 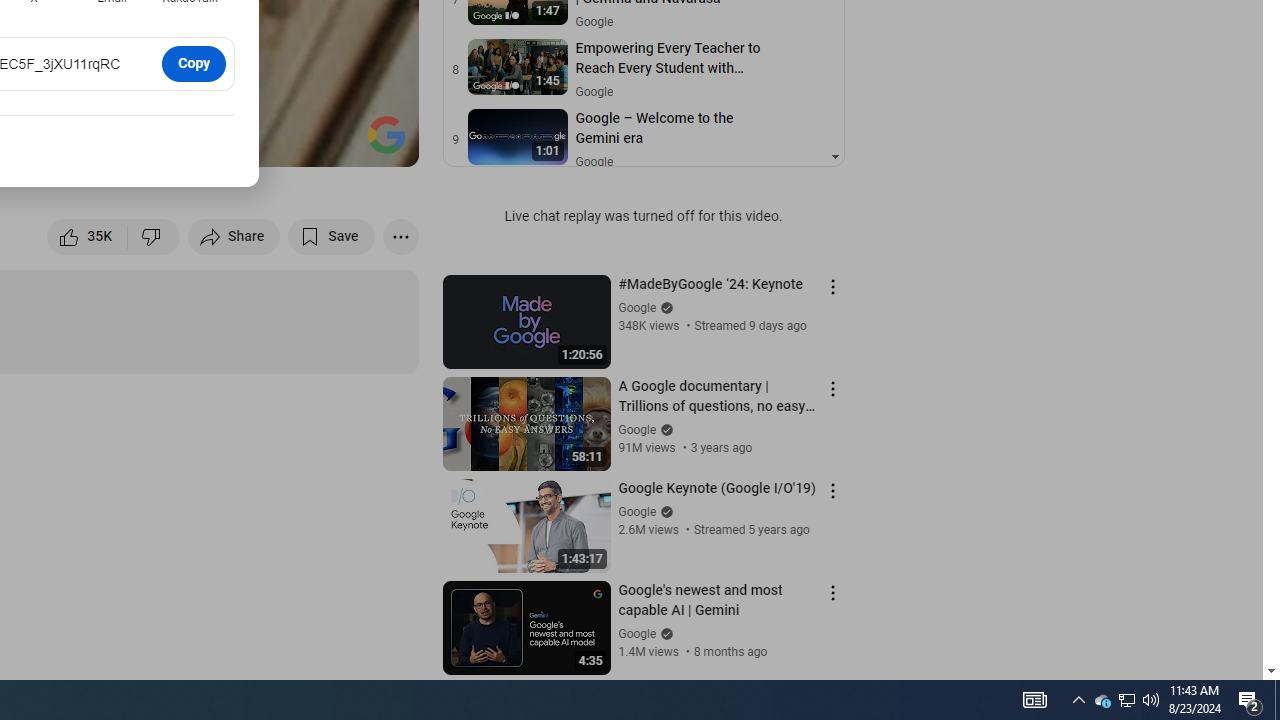 What do you see at coordinates (400, 235) in the screenshot?
I see `'More actions'` at bounding box center [400, 235].